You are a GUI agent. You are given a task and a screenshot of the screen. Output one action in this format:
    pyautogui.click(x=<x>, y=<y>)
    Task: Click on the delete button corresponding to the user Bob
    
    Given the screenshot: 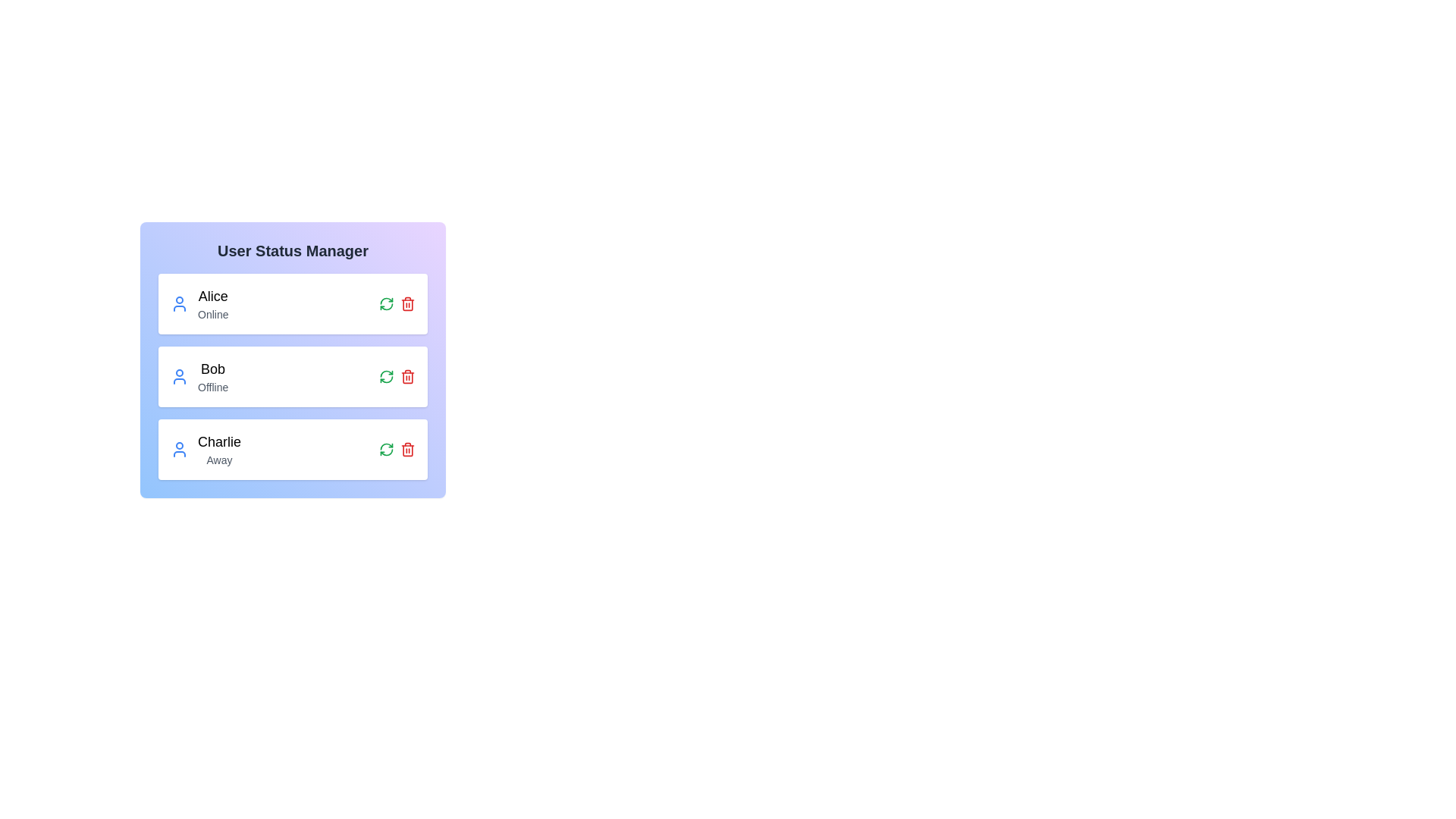 What is the action you would take?
    pyautogui.click(x=407, y=376)
    